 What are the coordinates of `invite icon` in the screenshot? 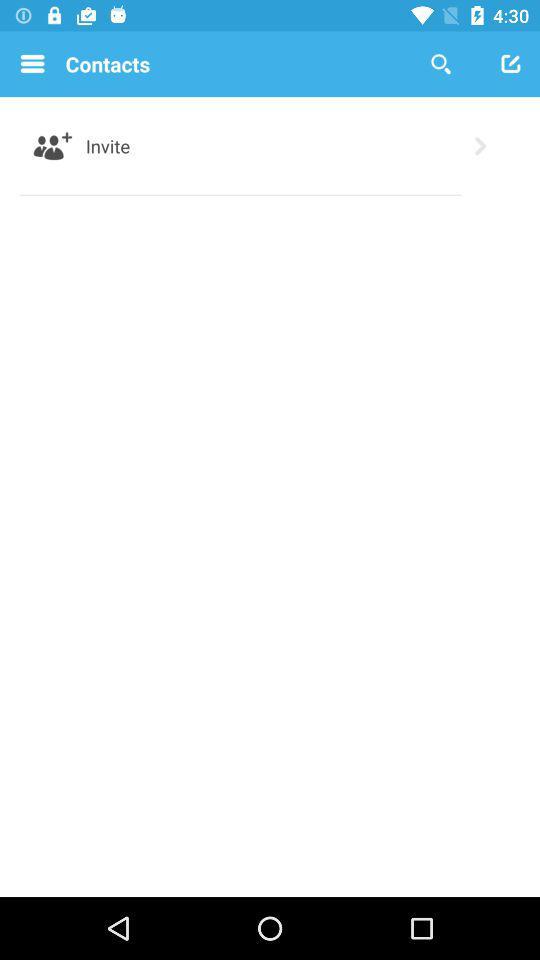 It's located at (108, 145).